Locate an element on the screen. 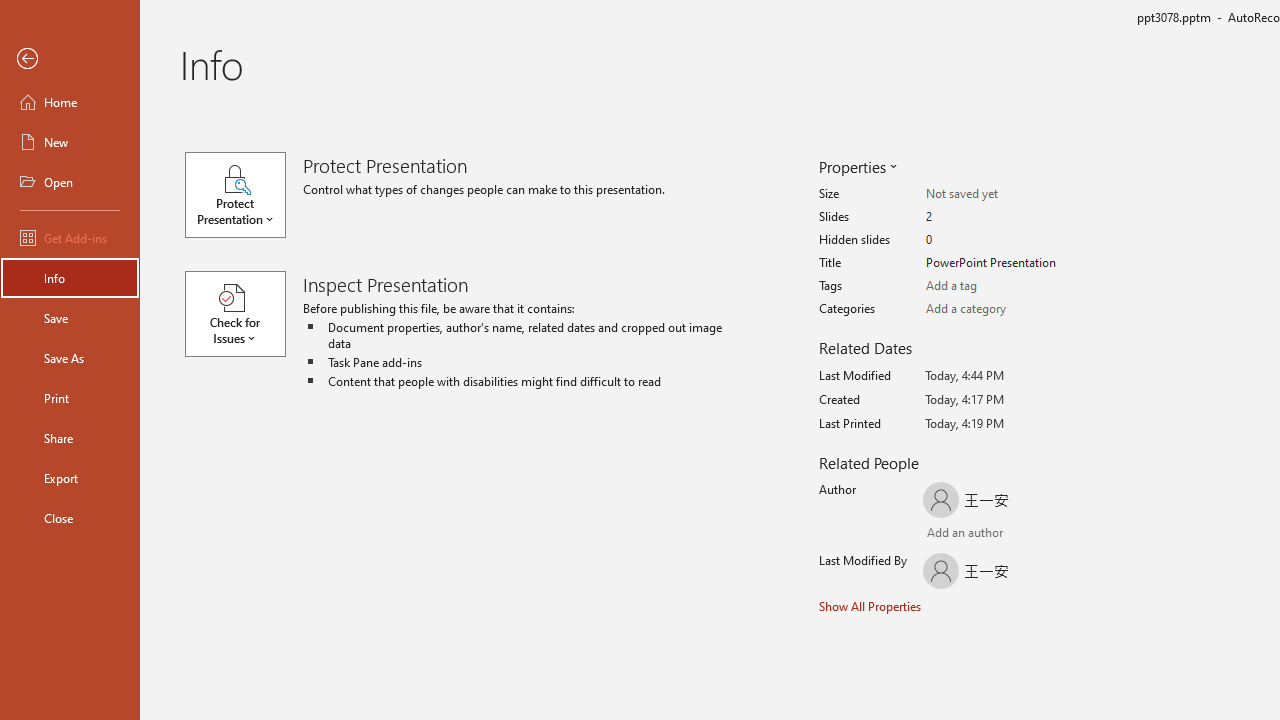 The height and width of the screenshot is (720, 1280). 'Info' is located at coordinates (69, 277).